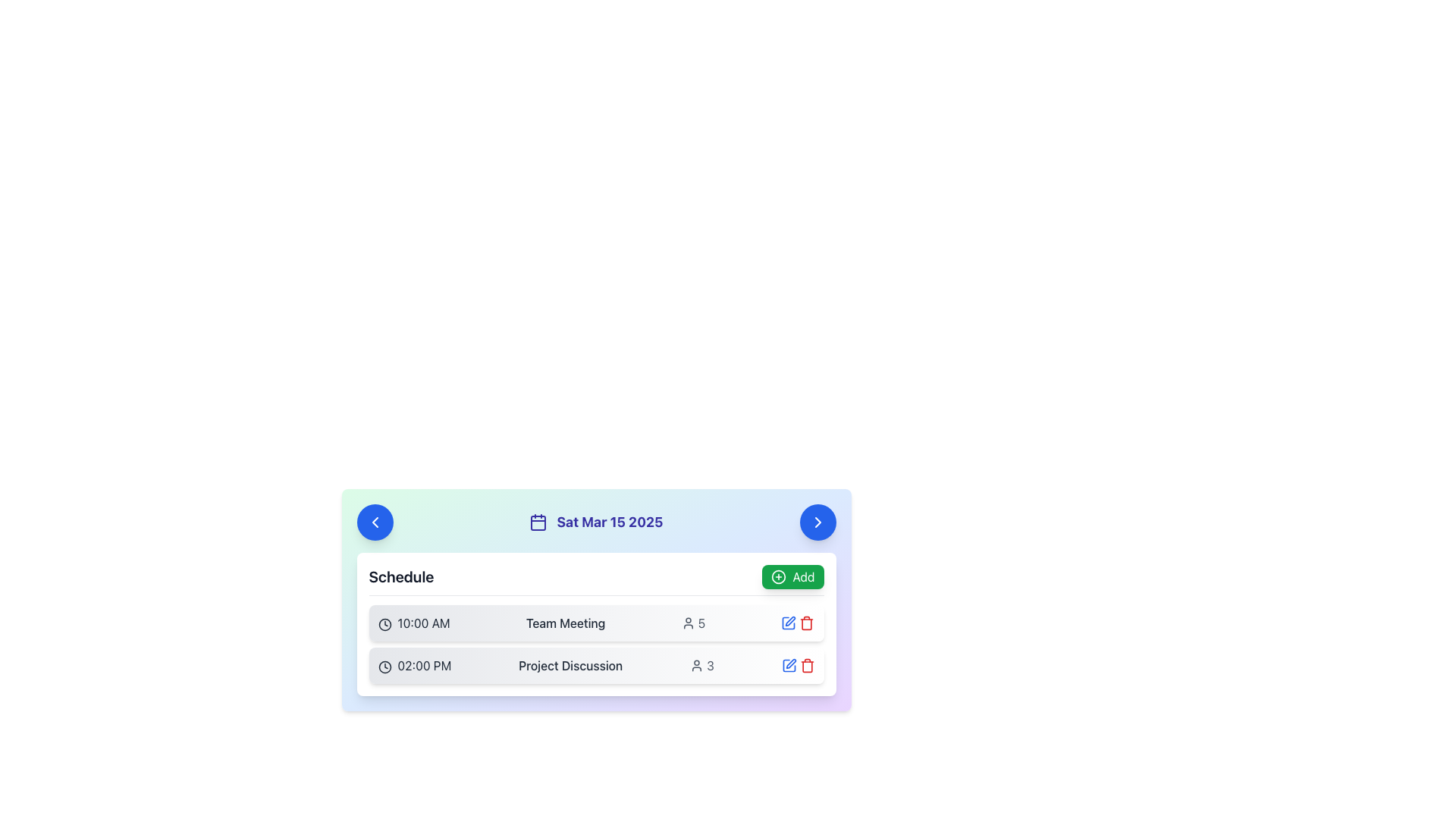 The width and height of the screenshot is (1456, 819). What do you see at coordinates (701, 665) in the screenshot?
I see `information displayed in the composite element that combines a user icon and the numeral '3', located in the second row of the schedule list next to the 'Project Discussion' text` at bounding box center [701, 665].